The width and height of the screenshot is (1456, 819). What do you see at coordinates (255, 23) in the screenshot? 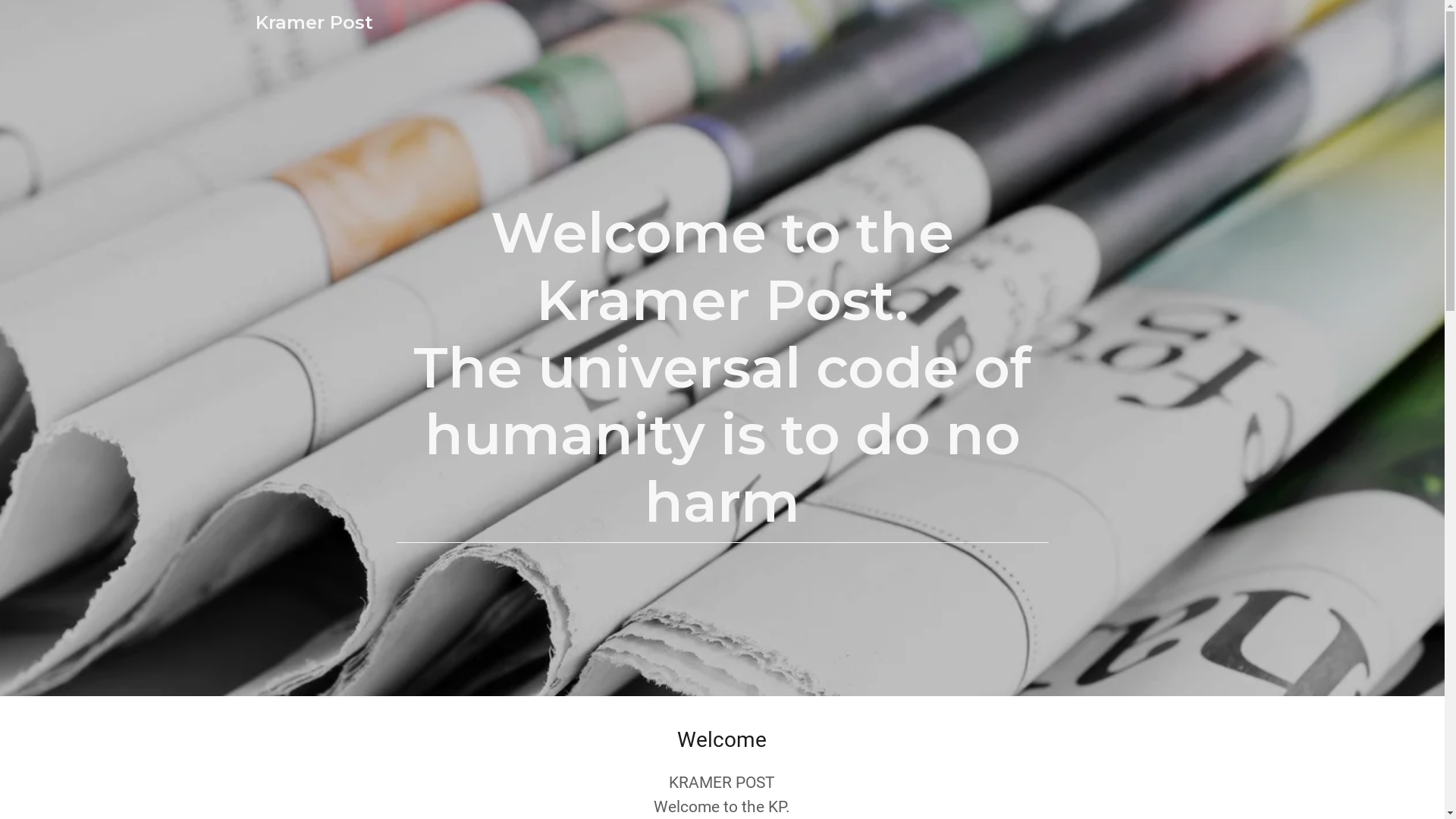
I see `'Kramer Post'` at bounding box center [255, 23].